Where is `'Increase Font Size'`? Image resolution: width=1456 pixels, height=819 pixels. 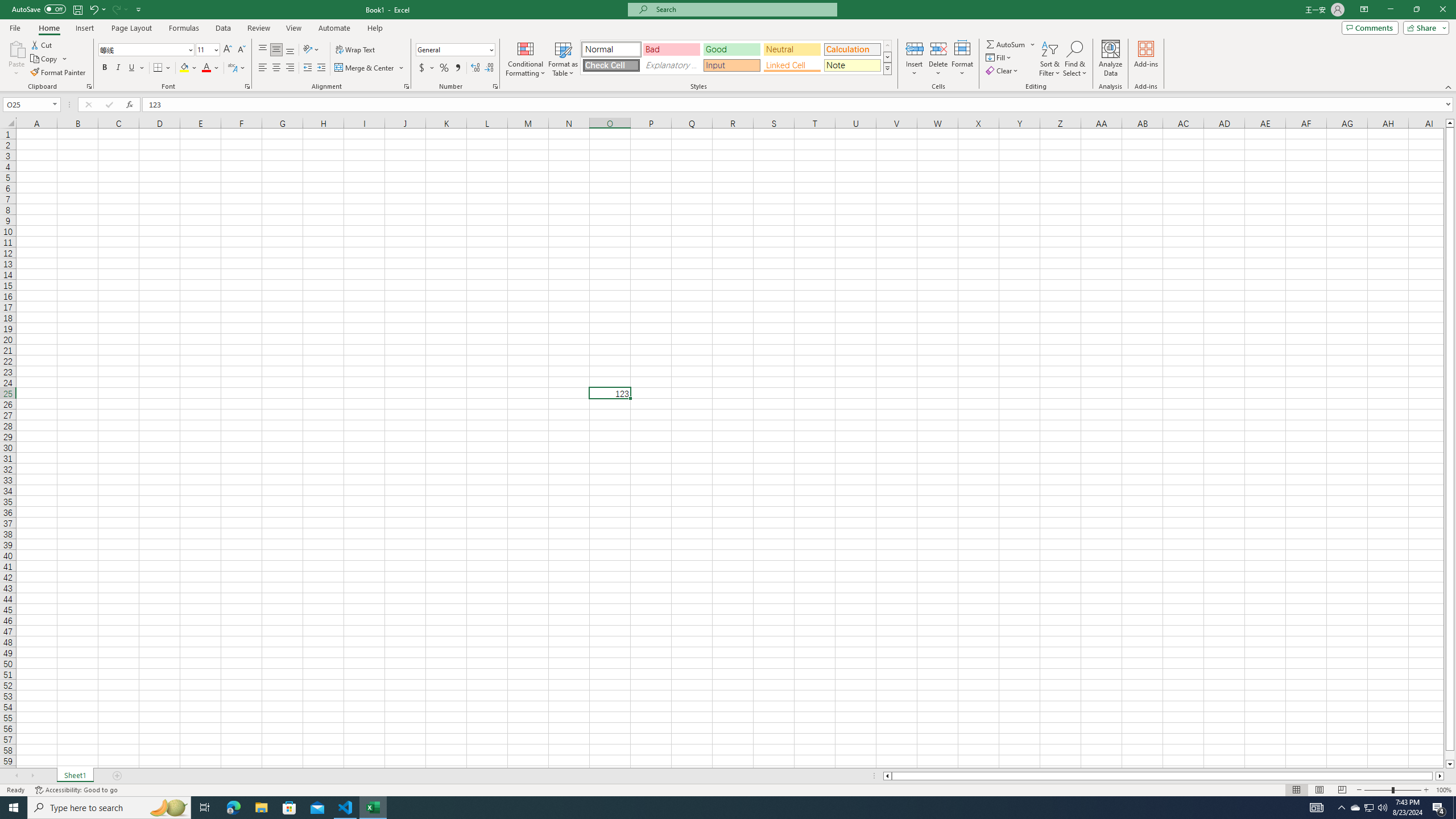 'Increase Font Size' is located at coordinates (227, 49).